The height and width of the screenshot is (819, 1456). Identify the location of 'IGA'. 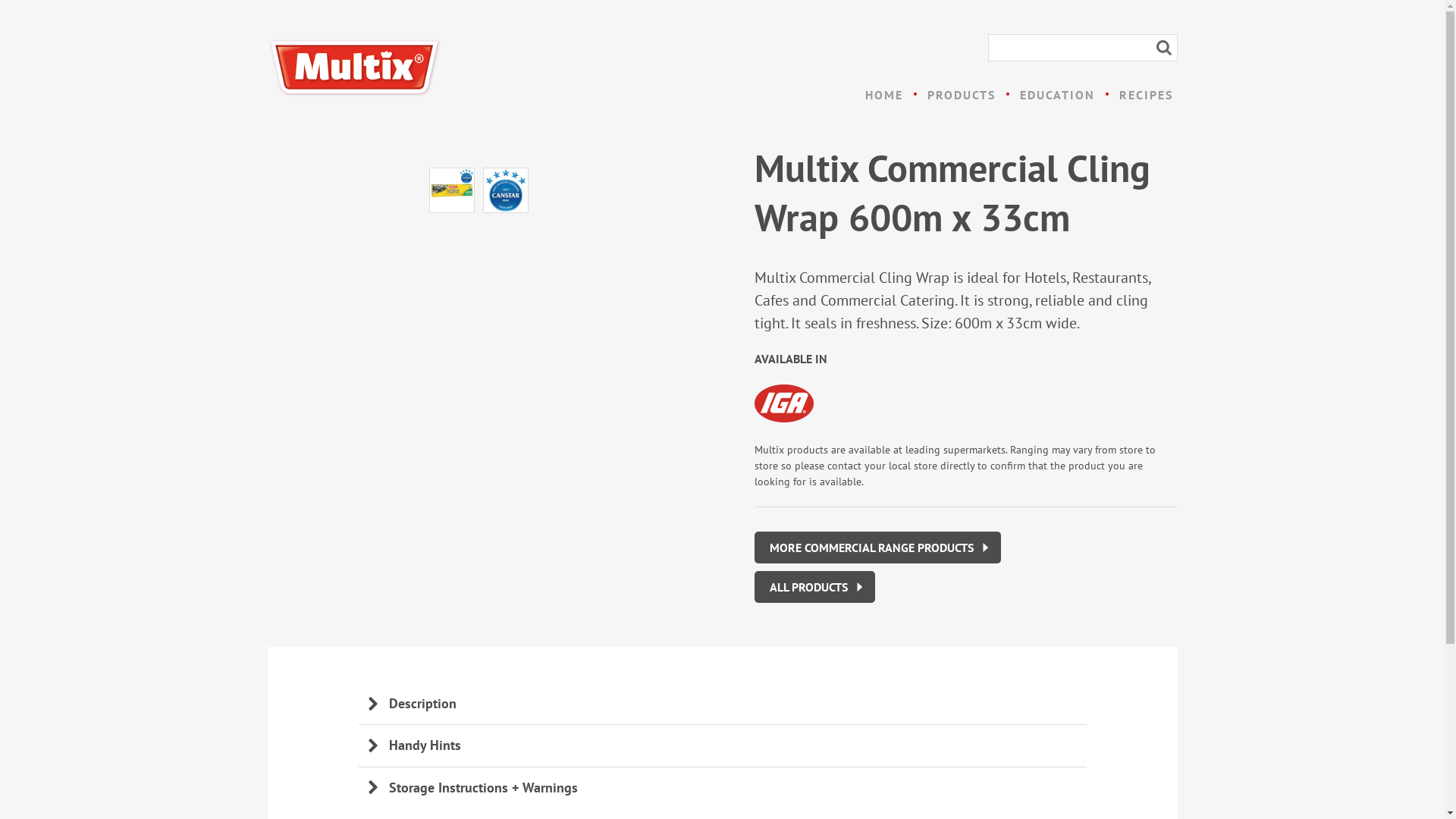
(783, 403).